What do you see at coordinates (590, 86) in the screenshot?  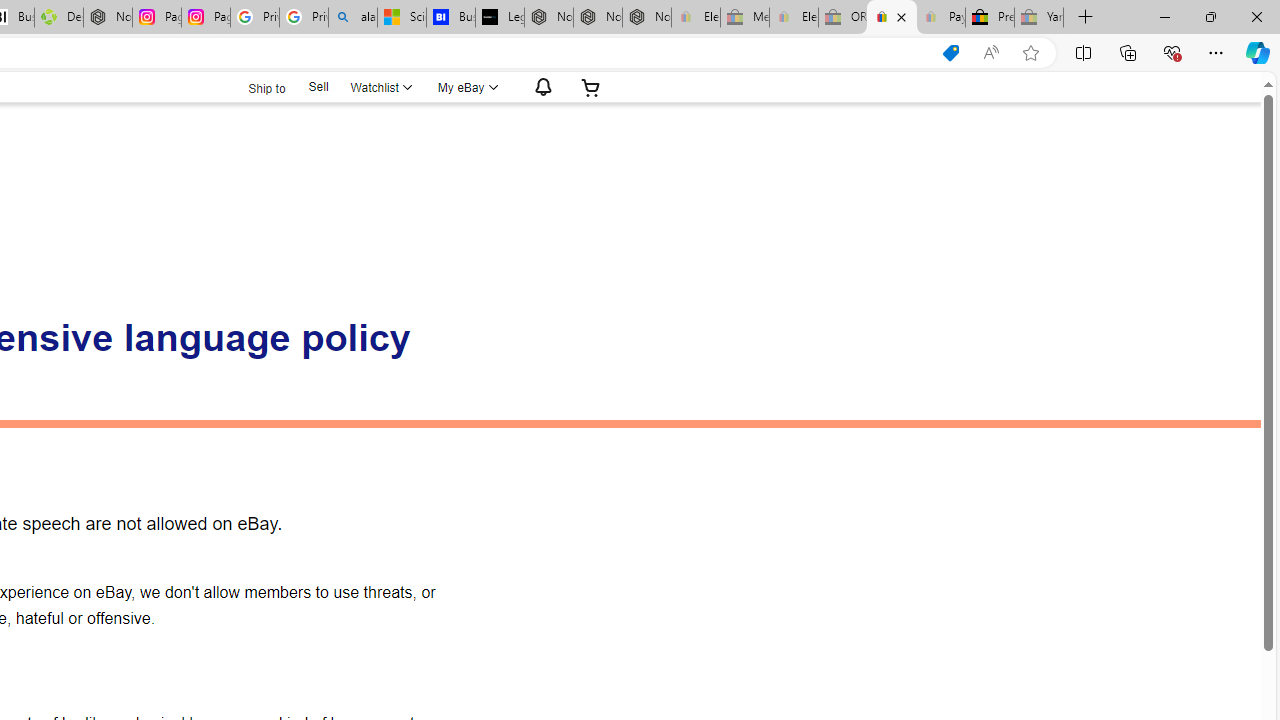 I see `'Expand Cart'` at bounding box center [590, 86].